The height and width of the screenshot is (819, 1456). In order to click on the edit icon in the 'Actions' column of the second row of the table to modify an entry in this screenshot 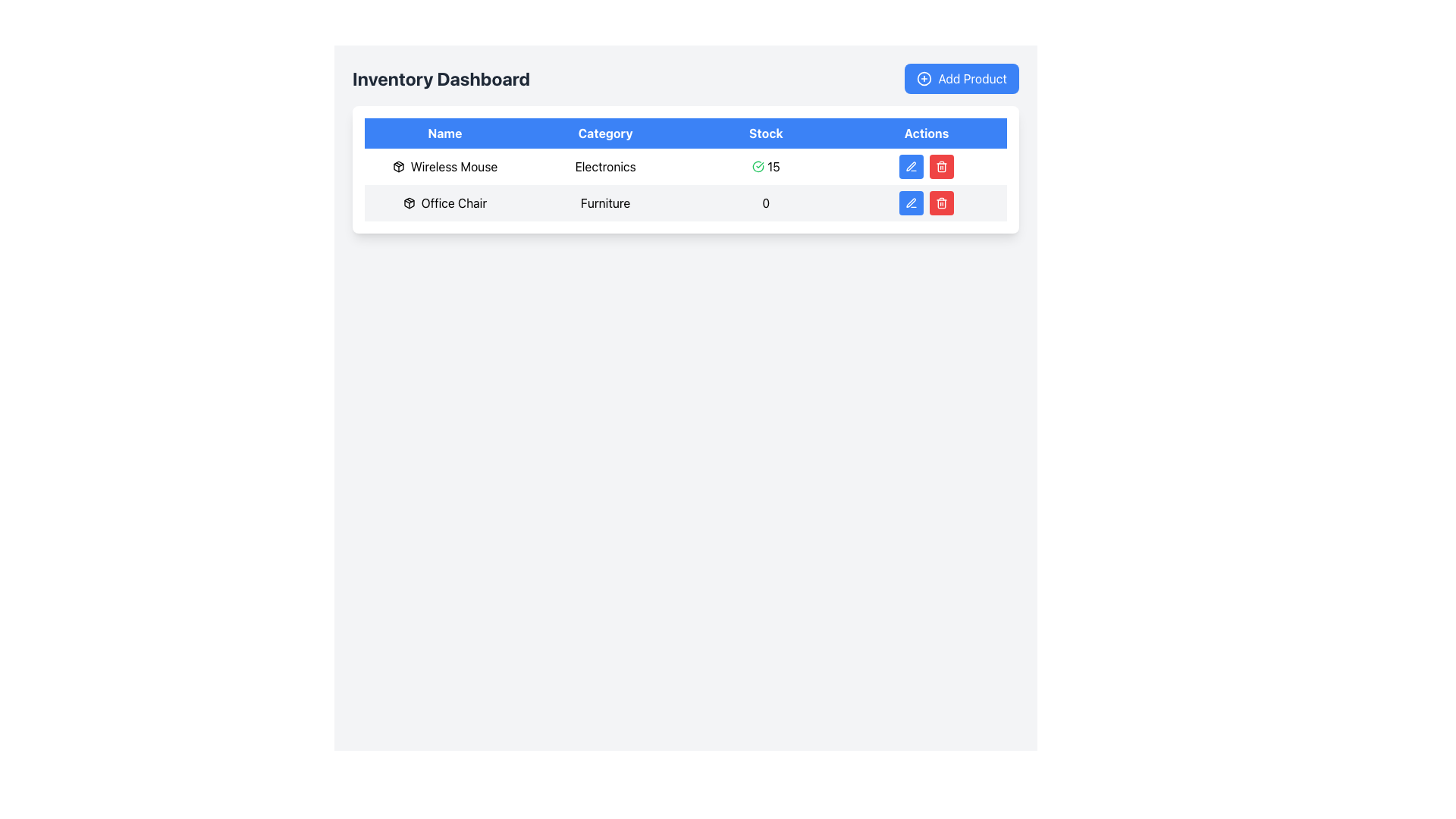, I will do `click(910, 202)`.